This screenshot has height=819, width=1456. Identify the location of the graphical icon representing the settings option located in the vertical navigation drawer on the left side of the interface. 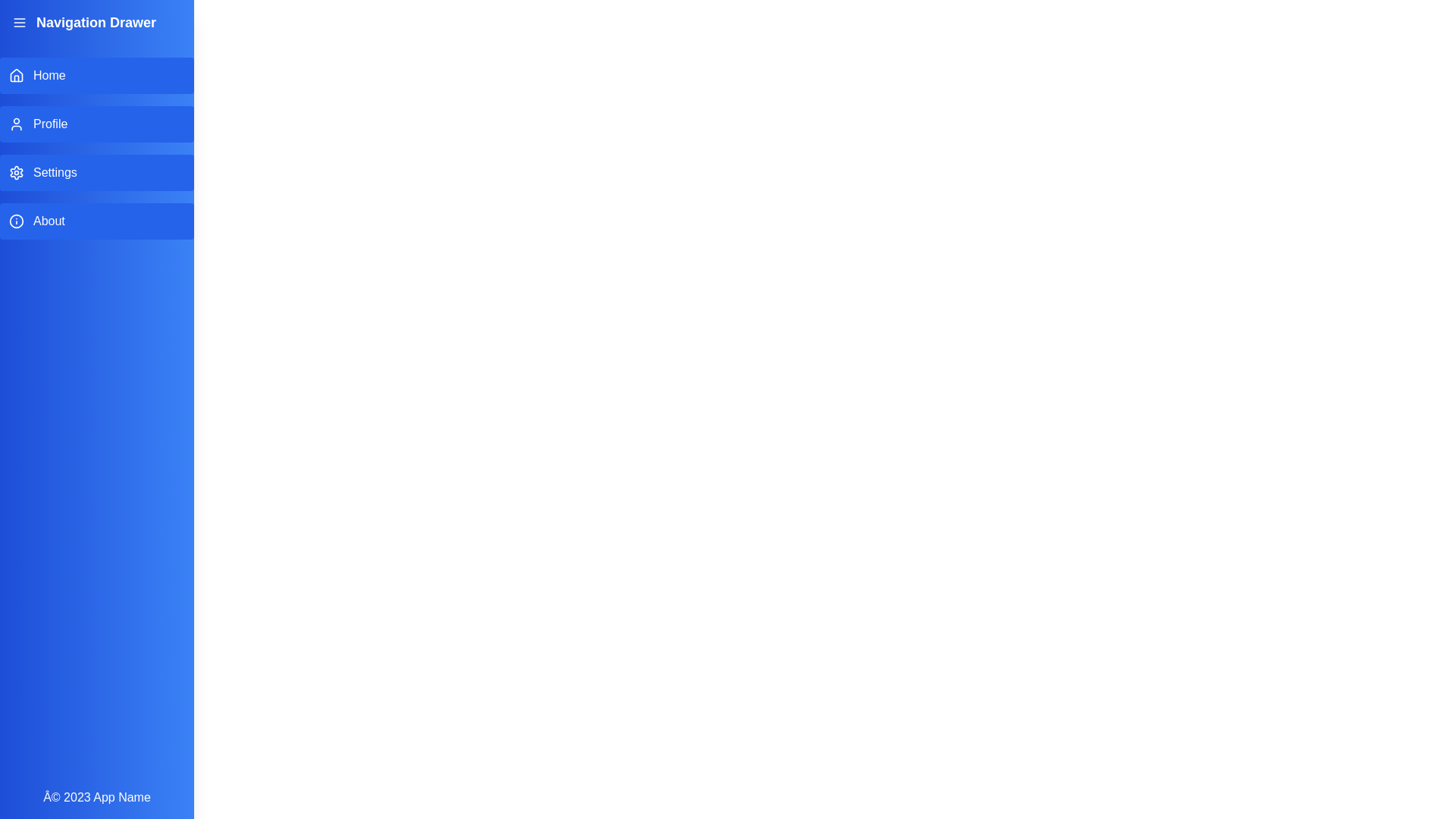
(17, 171).